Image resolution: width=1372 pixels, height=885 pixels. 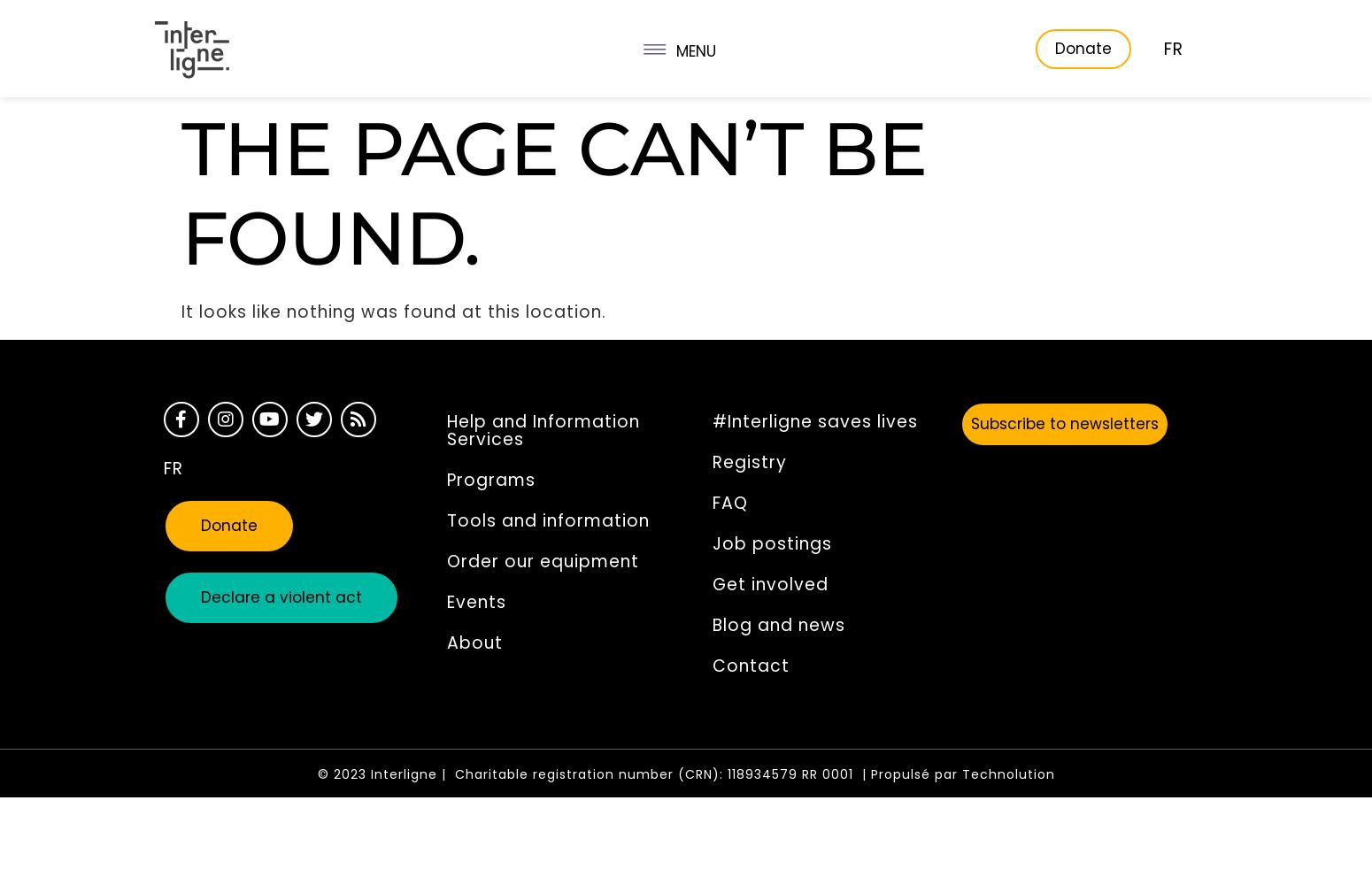 I want to click on 'Subscribe to newsletters', so click(x=1064, y=423).